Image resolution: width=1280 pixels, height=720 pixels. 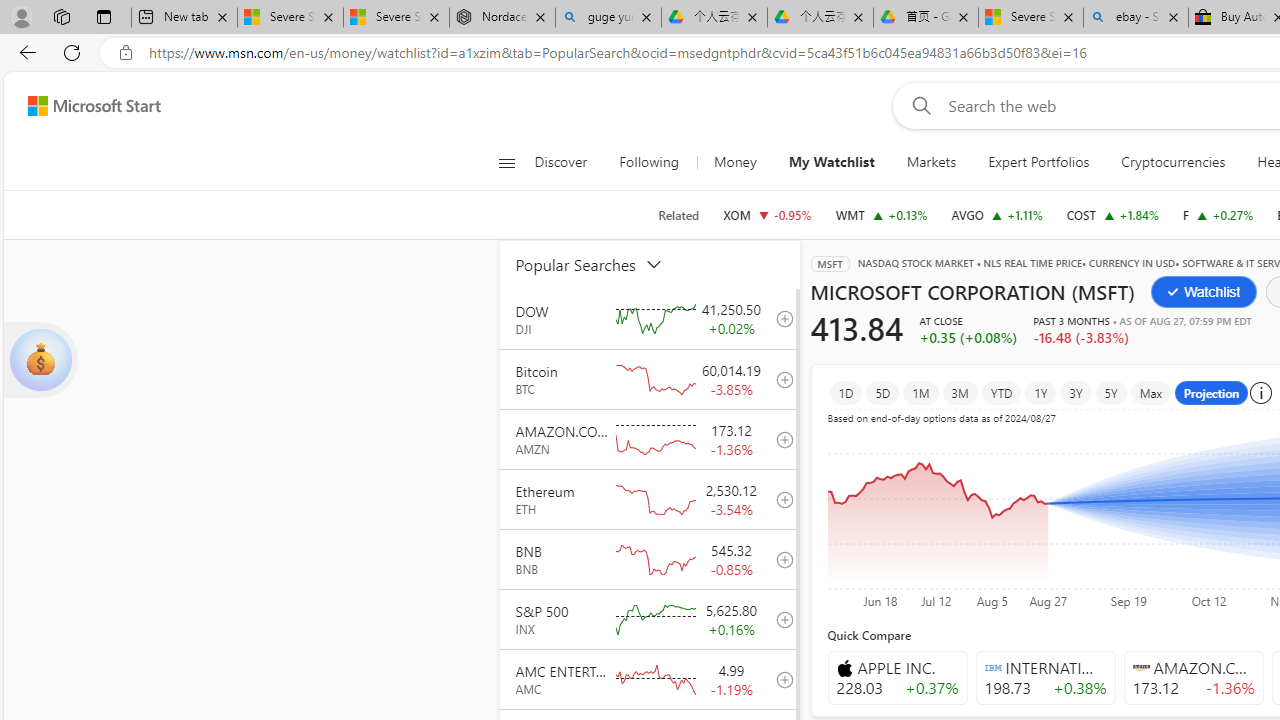 What do you see at coordinates (24, 51) in the screenshot?
I see `'Back'` at bounding box center [24, 51].